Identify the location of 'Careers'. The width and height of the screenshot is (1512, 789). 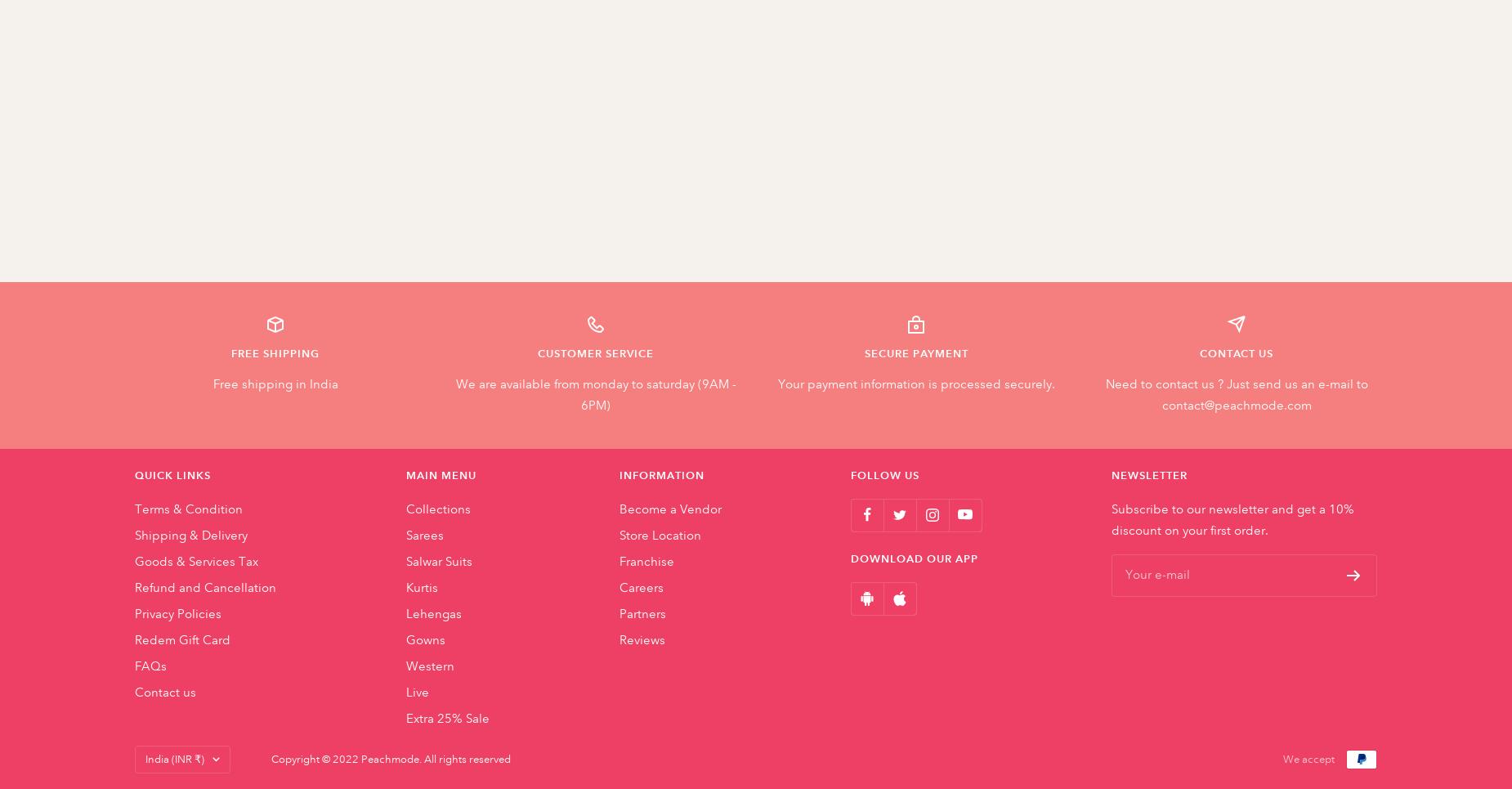
(641, 586).